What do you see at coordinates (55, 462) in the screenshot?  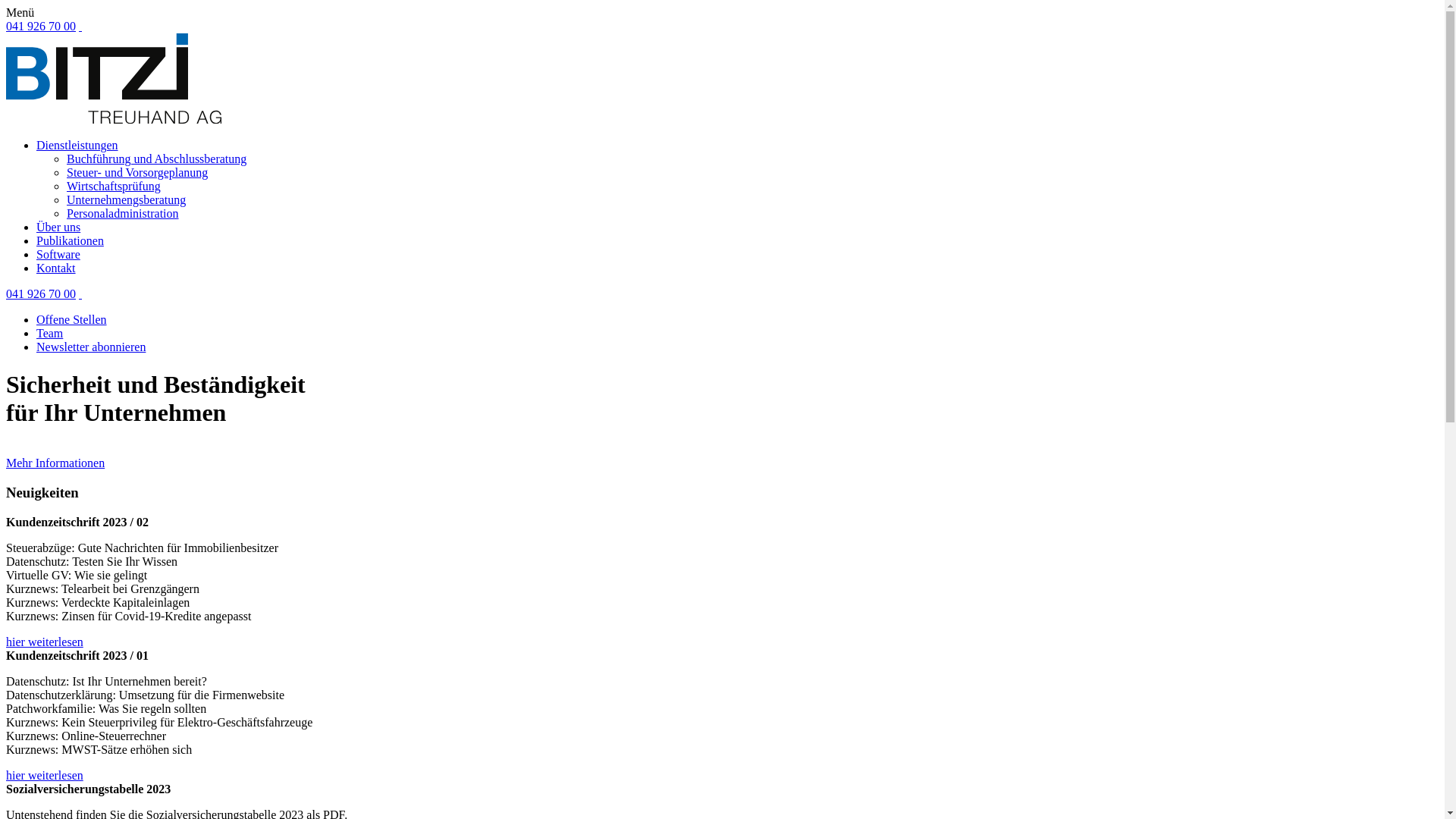 I see `'Mehr Informationen'` at bounding box center [55, 462].